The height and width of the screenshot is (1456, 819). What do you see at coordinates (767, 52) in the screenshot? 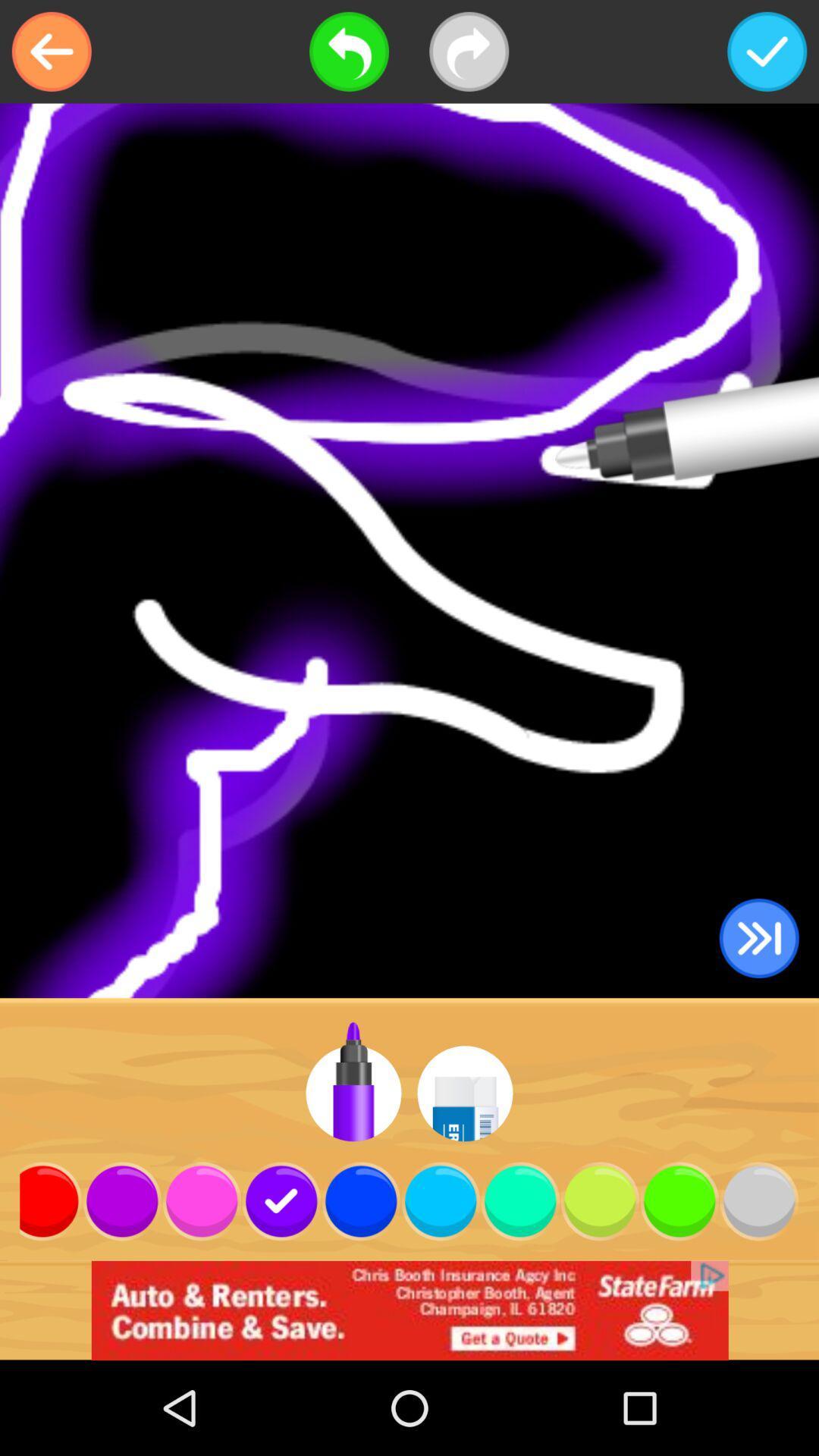
I see `the check icon` at bounding box center [767, 52].